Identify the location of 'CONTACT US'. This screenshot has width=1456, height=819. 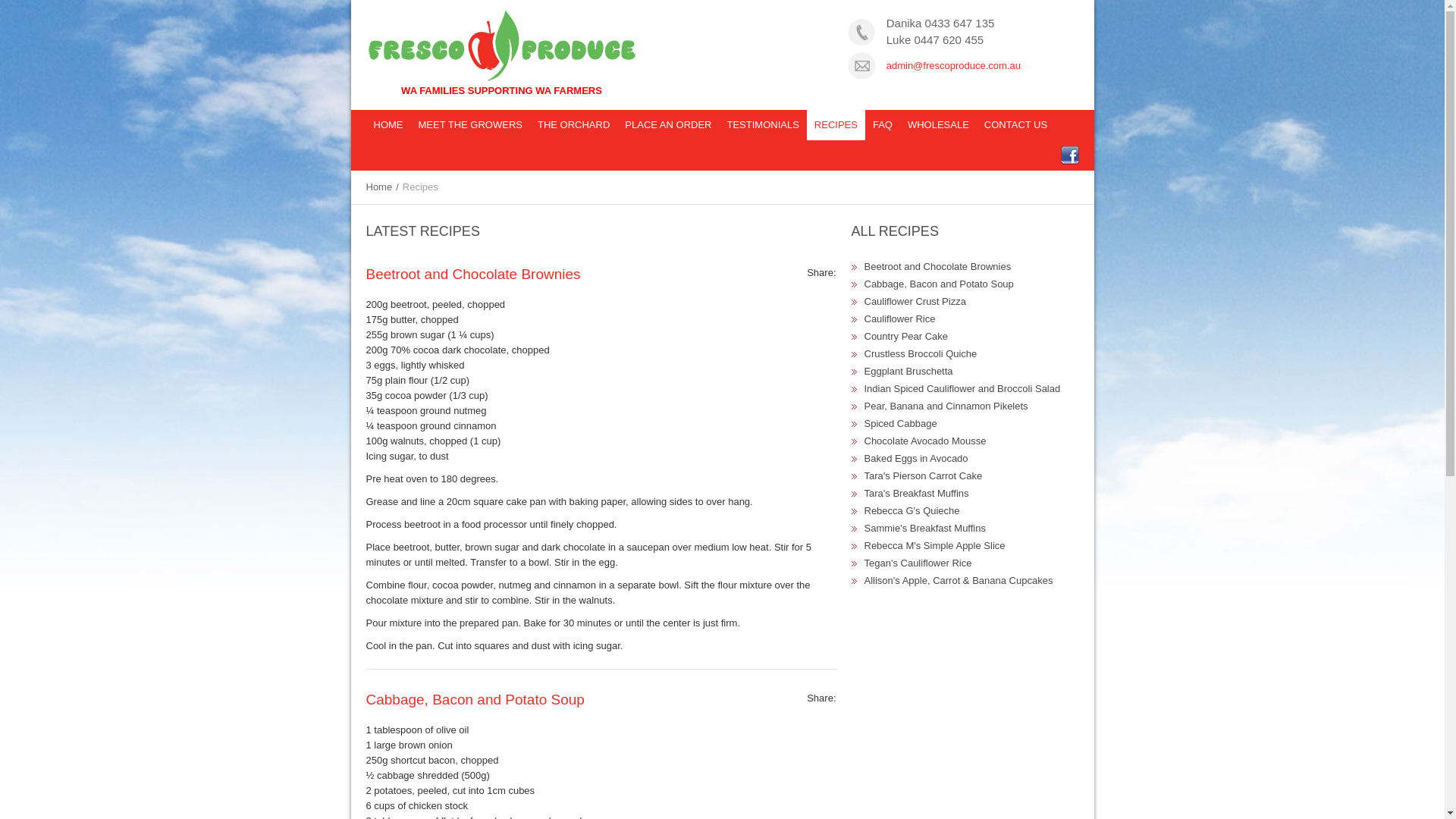
(976, 124).